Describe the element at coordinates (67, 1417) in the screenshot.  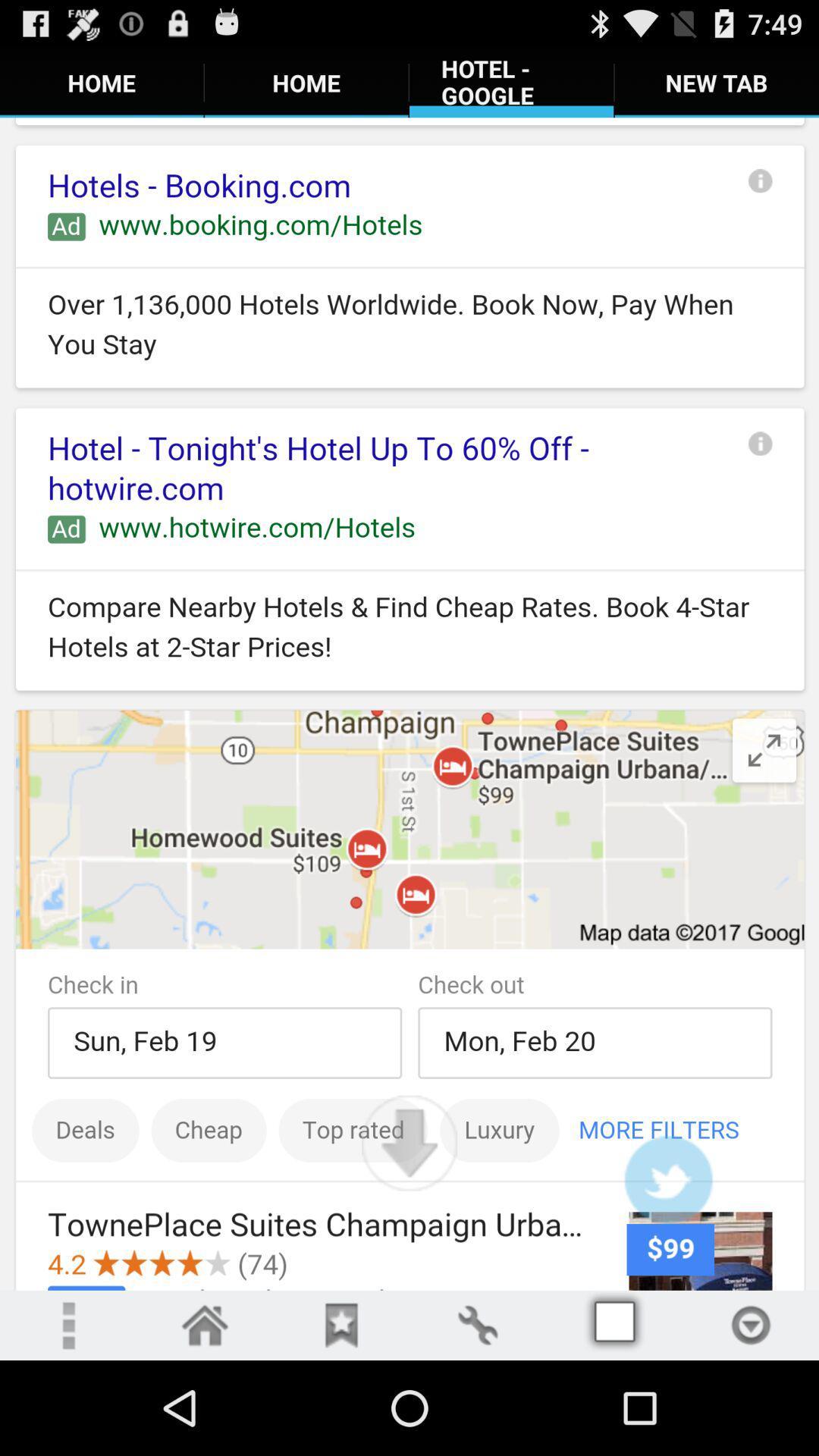
I see `the more icon` at that location.